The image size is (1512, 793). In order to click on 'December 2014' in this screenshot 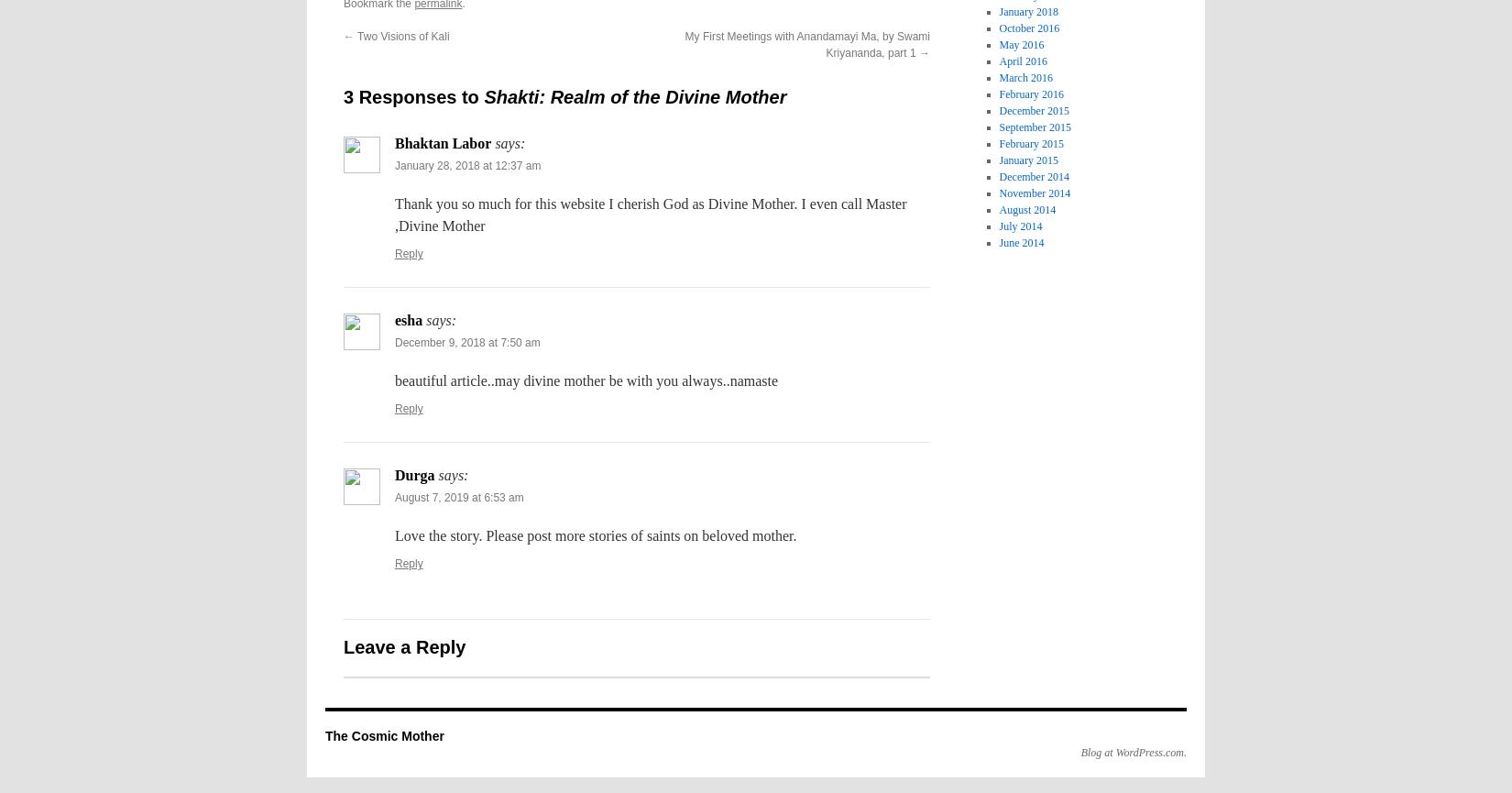, I will do `click(1033, 175)`.